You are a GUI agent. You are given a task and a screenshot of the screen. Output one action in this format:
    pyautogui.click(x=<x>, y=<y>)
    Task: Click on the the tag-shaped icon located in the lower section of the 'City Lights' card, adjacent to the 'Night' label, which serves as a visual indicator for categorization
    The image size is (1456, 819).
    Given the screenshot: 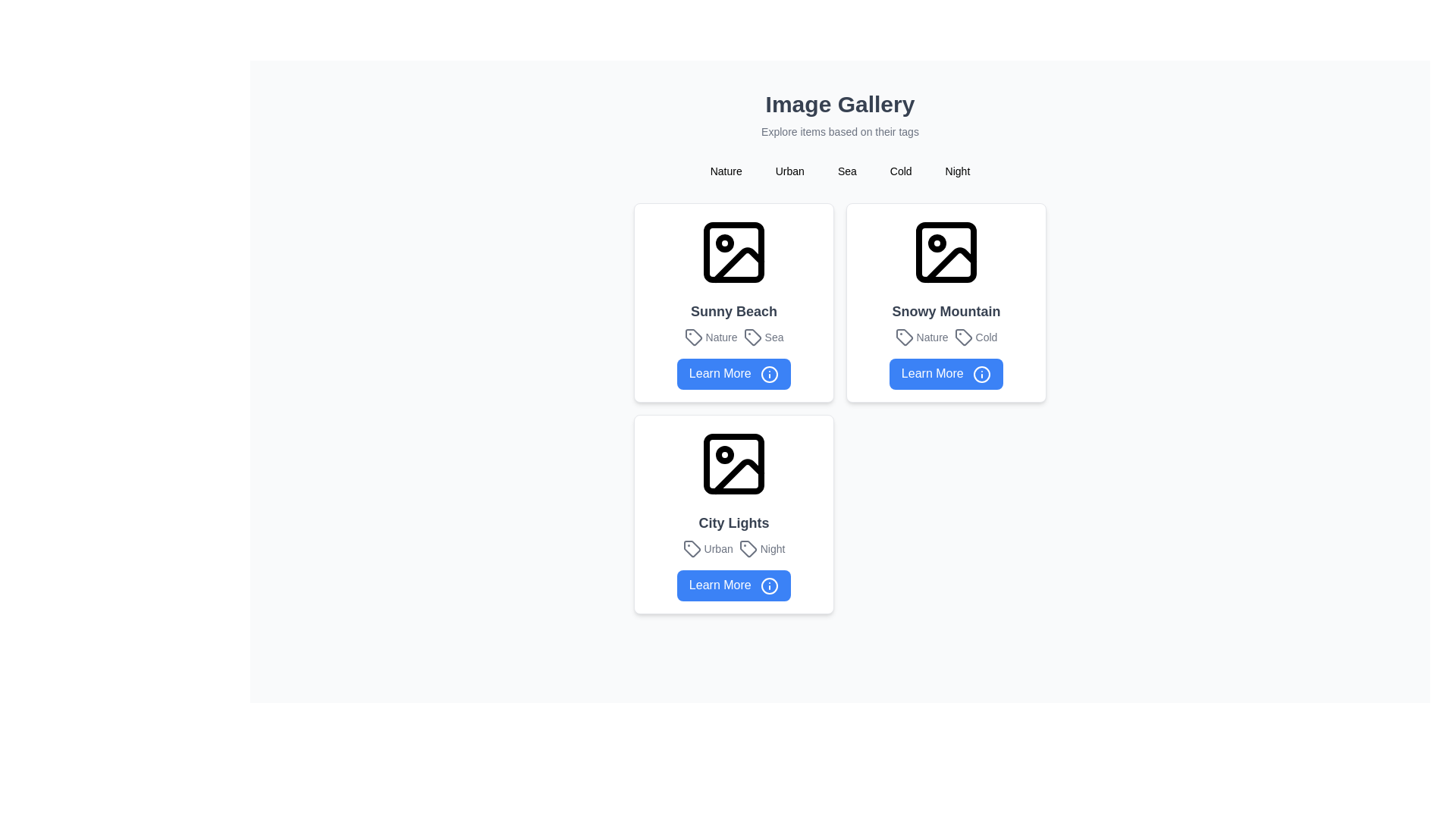 What is the action you would take?
    pyautogui.click(x=748, y=548)
    